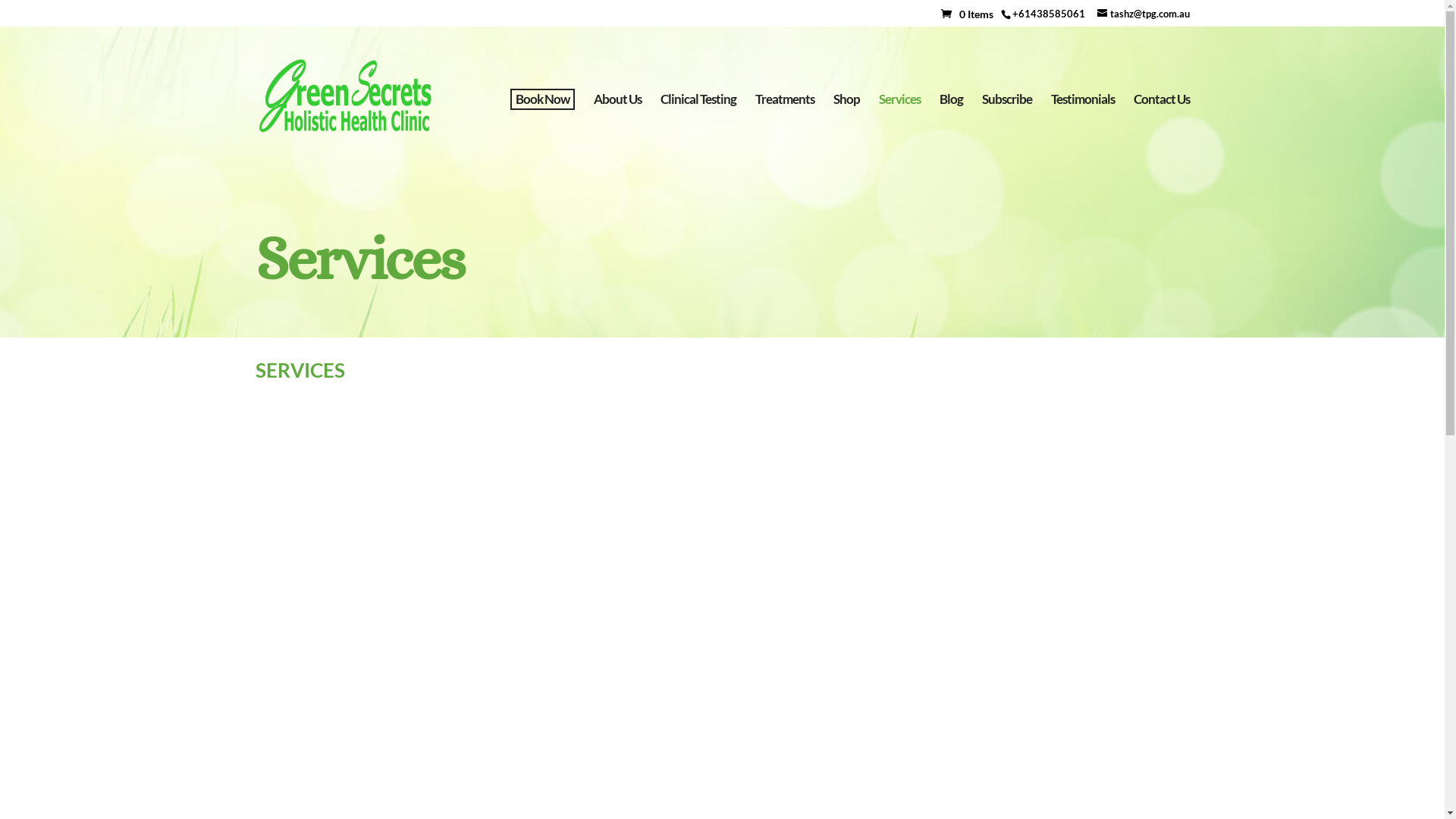 The height and width of the screenshot is (819, 1456). I want to click on 'About Us', so click(592, 130).